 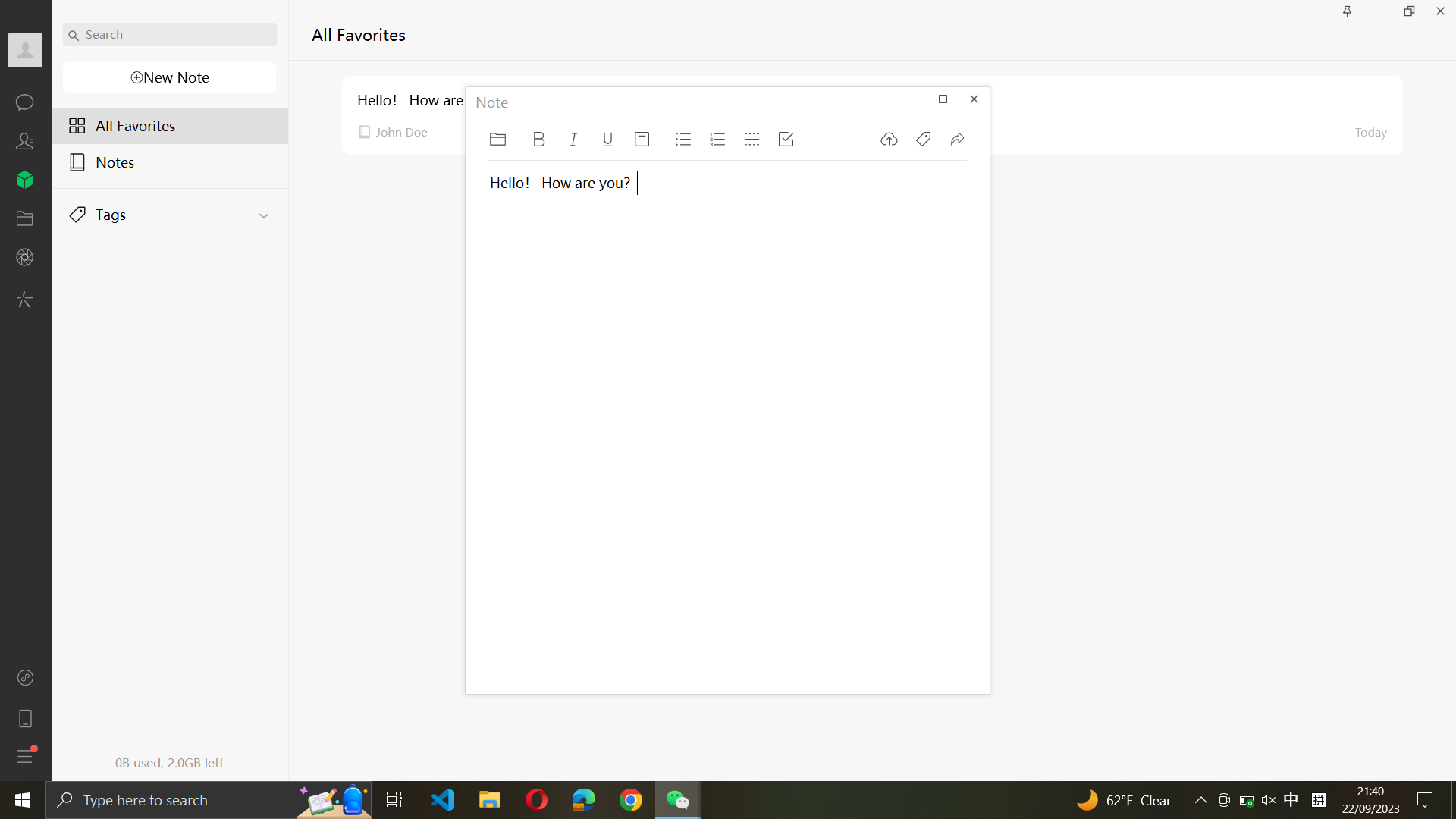 What do you see at coordinates (551, 444) in the screenshot?
I see `Type the sentence - "Remember to call mom on her birthday" into the open note and make it a checkbox item` at bounding box center [551, 444].